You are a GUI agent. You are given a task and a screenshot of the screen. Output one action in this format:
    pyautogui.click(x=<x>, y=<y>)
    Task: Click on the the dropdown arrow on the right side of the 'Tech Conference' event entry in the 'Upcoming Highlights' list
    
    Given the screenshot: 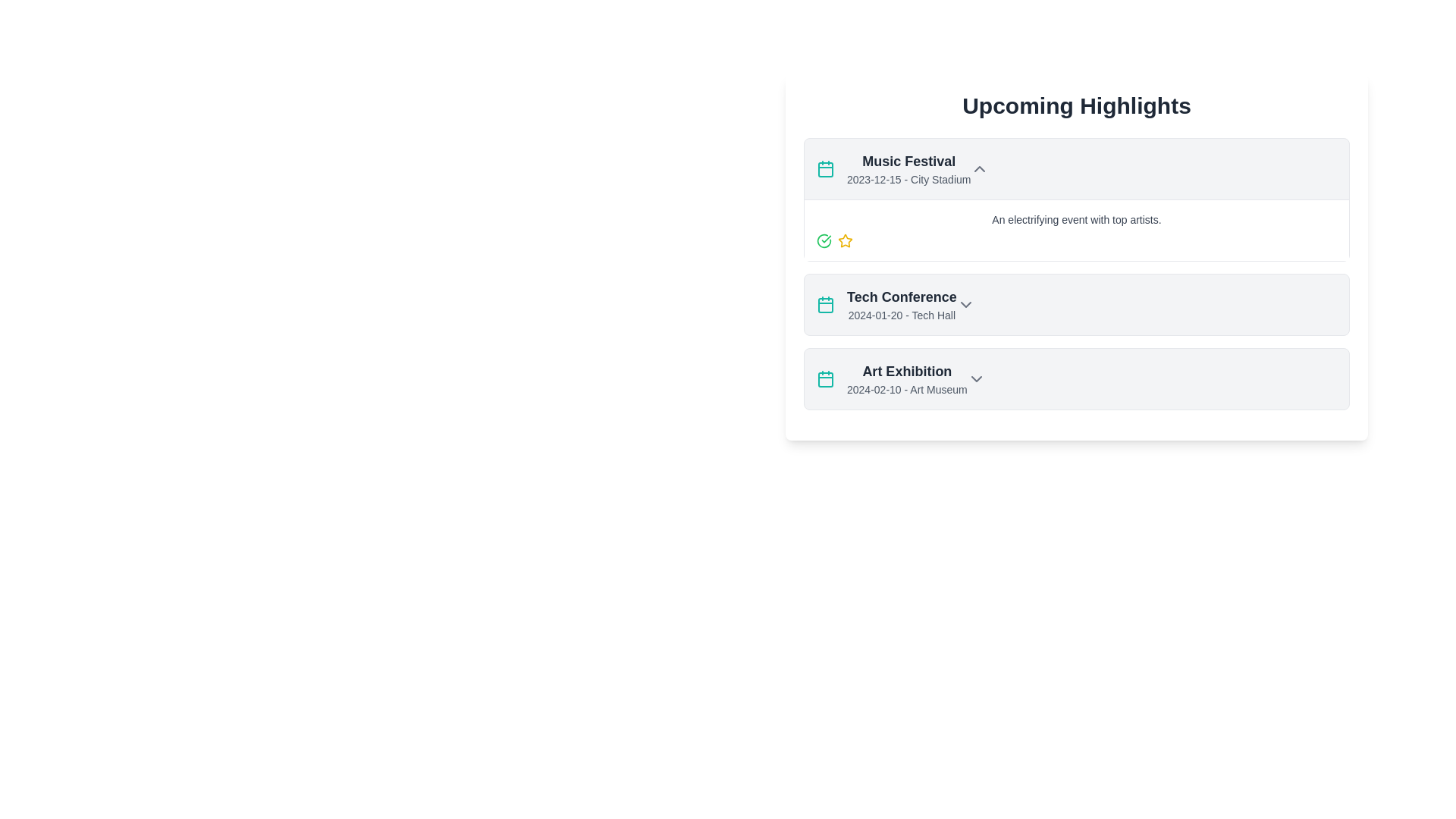 What is the action you would take?
    pyautogui.click(x=1076, y=304)
    